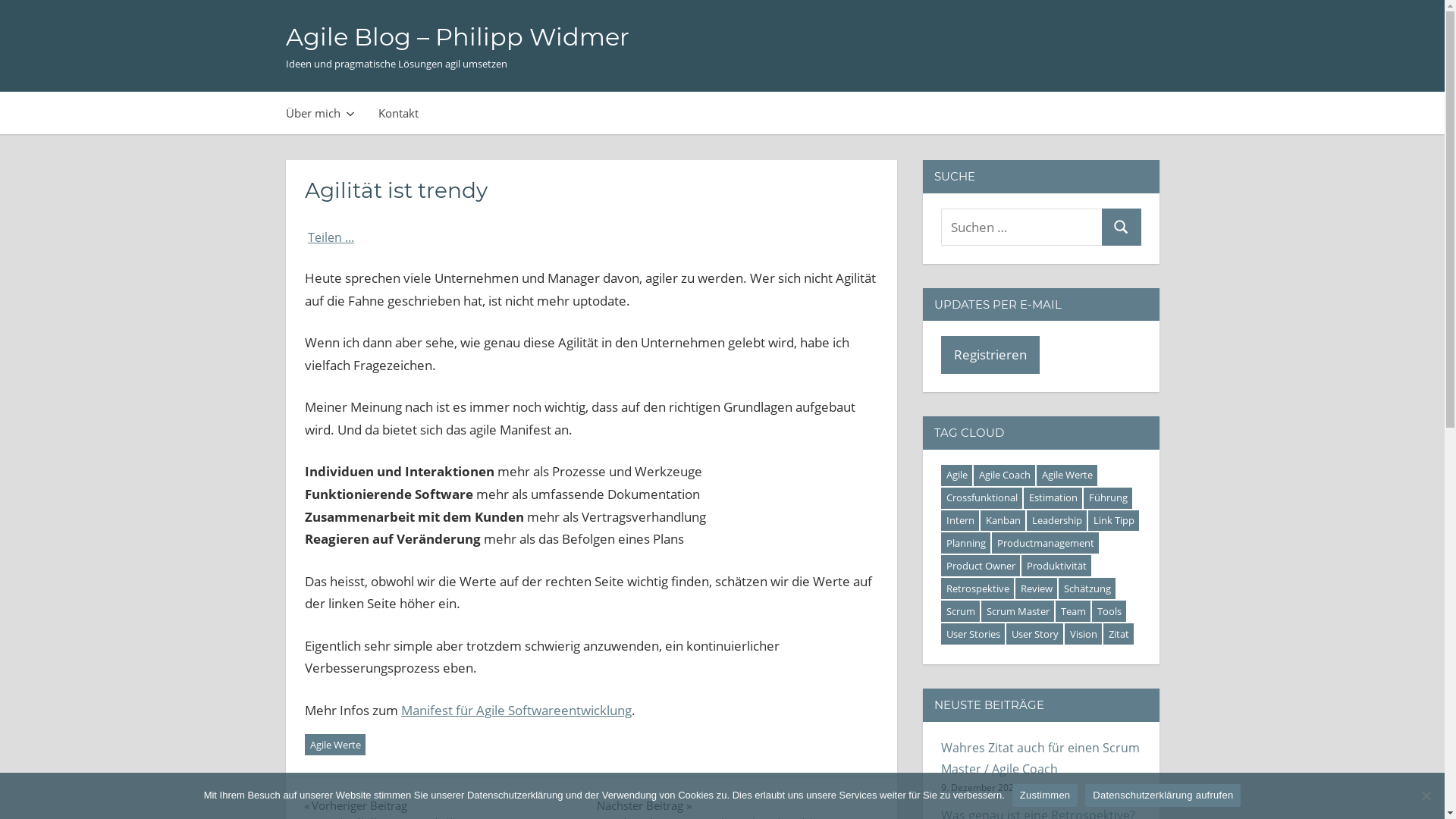  I want to click on 'User Story', so click(1034, 634).